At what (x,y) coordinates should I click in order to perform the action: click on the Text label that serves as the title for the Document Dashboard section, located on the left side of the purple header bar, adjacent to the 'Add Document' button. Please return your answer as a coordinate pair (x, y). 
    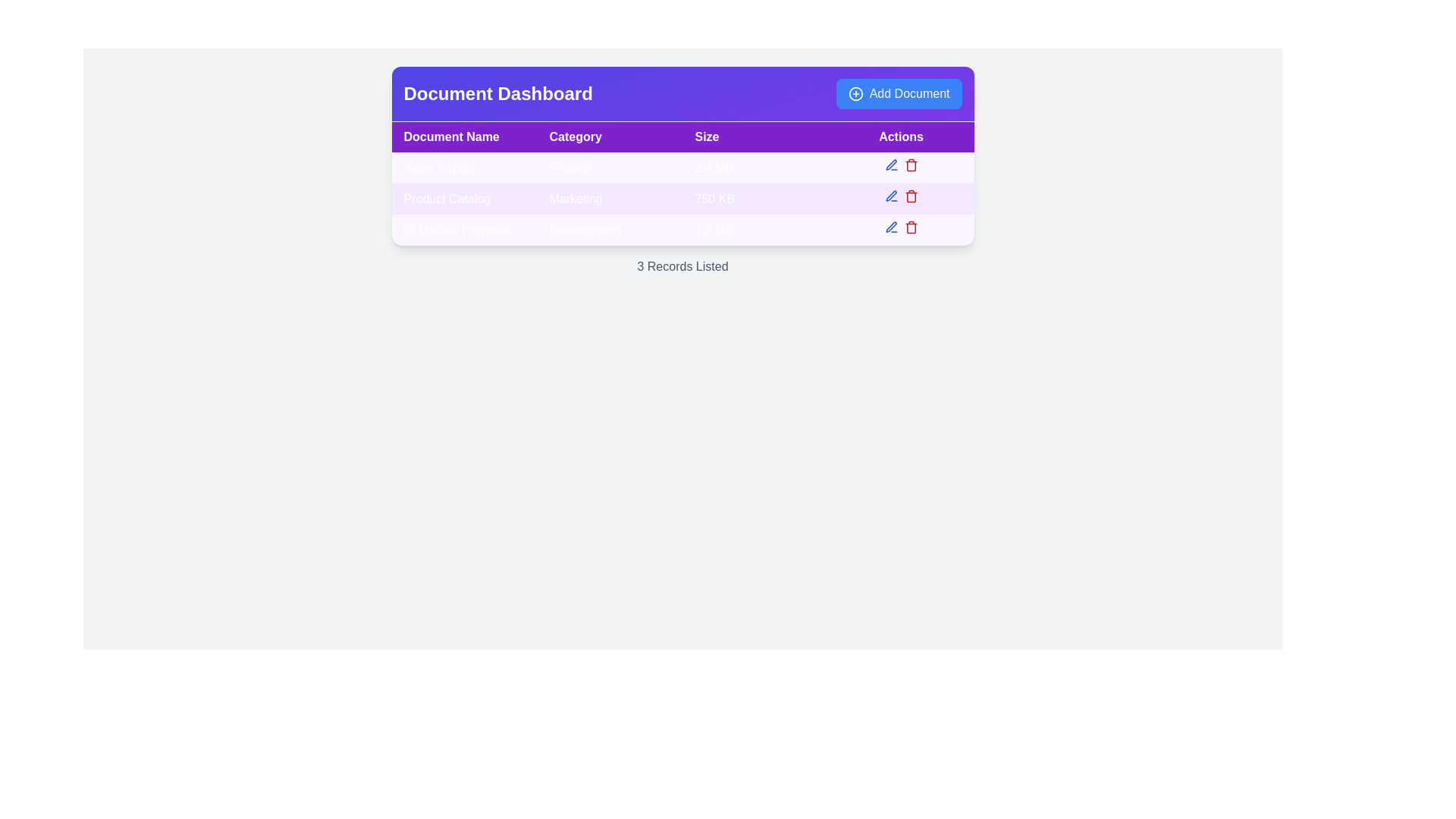
    Looking at the image, I should click on (498, 93).